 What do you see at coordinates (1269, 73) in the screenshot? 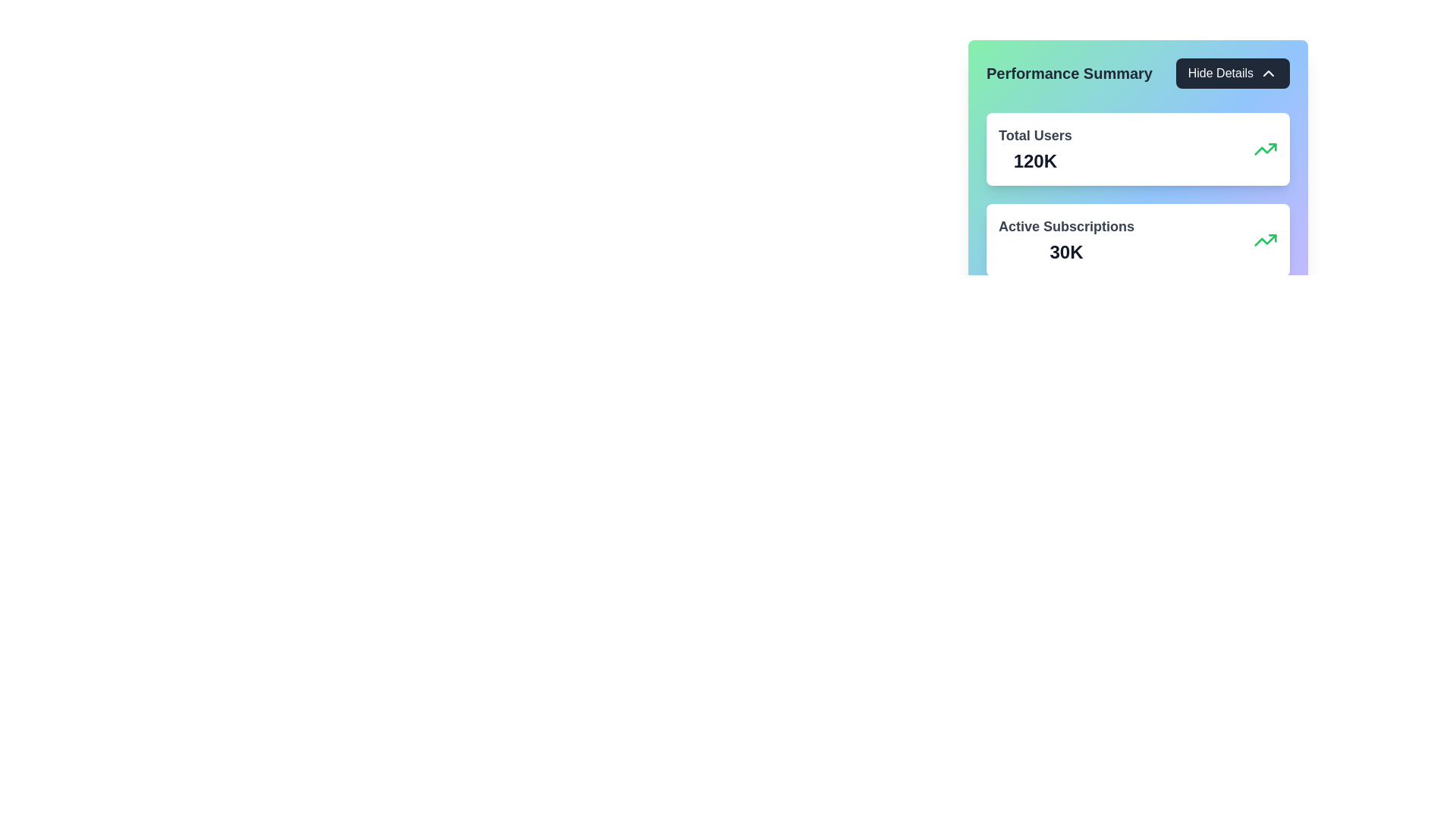
I see `the collapse icon located within the 'Hide Details' button at the top-right corner of the performance summary card` at bounding box center [1269, 73].